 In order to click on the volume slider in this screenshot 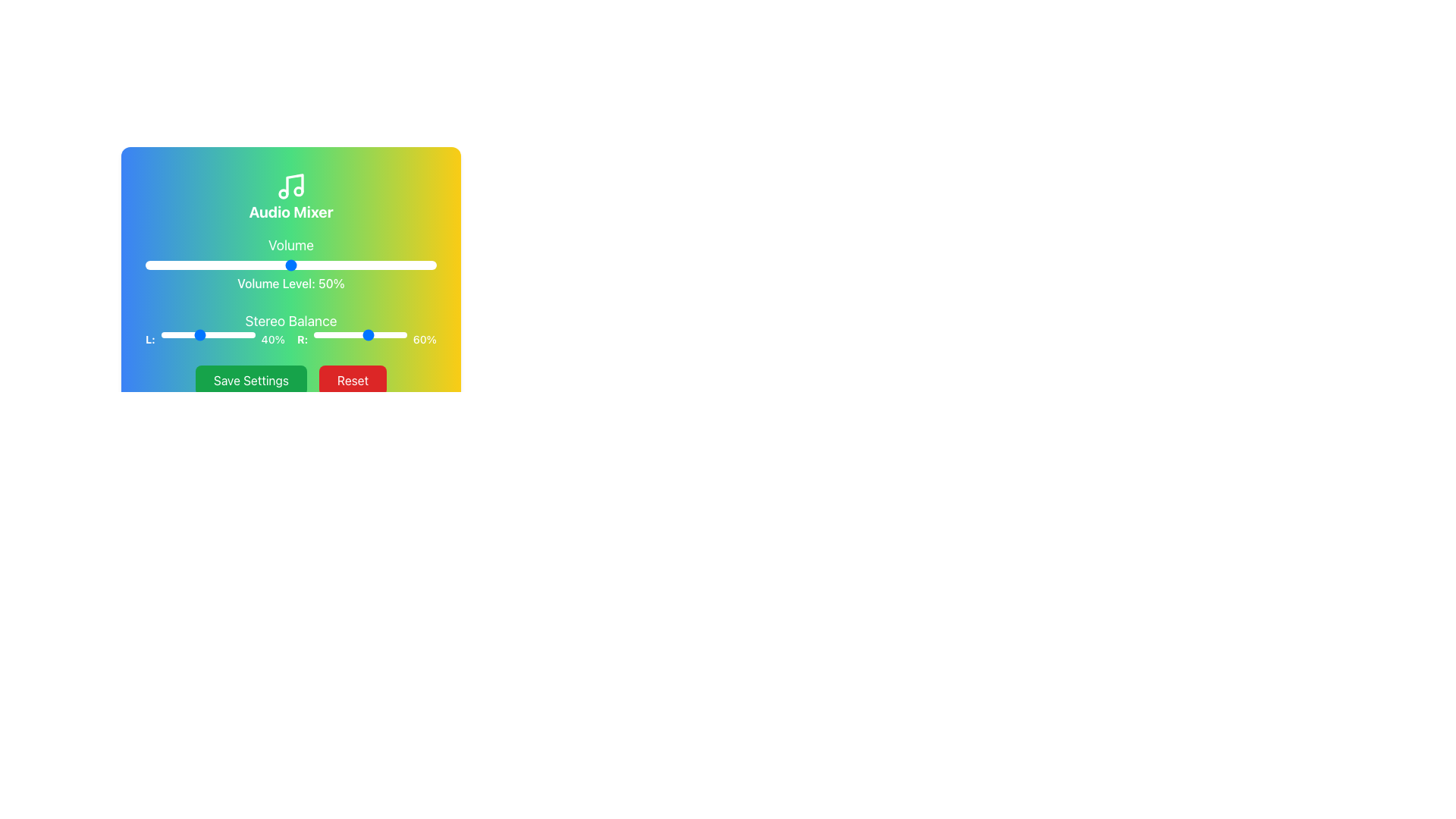, I will do `click(360, 265)`.